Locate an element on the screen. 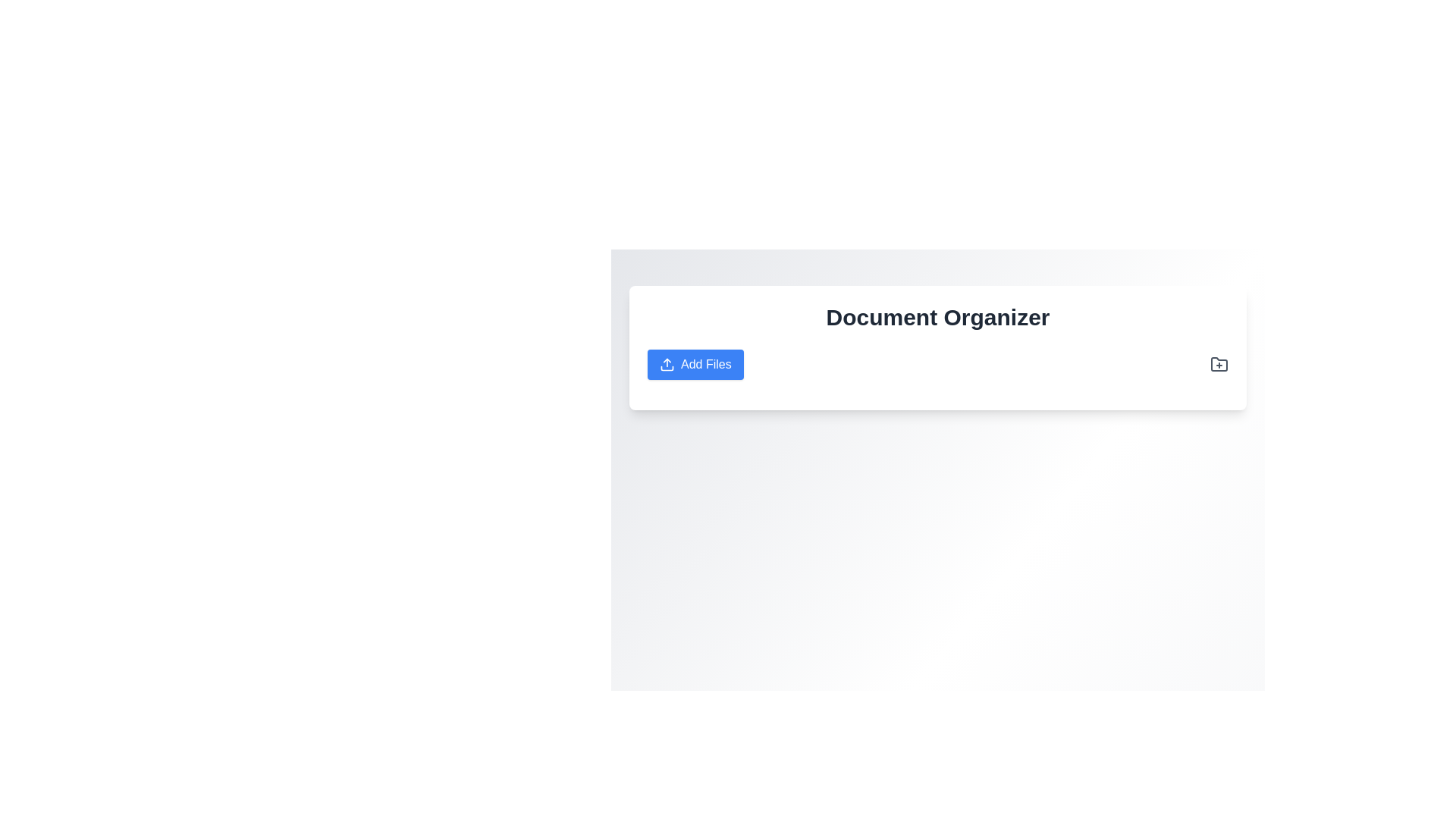 The height and width of the screenshot is (819, 1456). the upload icon located to the left of the Add Files button under the Document Organizer title is located at coordinates (667, 365).